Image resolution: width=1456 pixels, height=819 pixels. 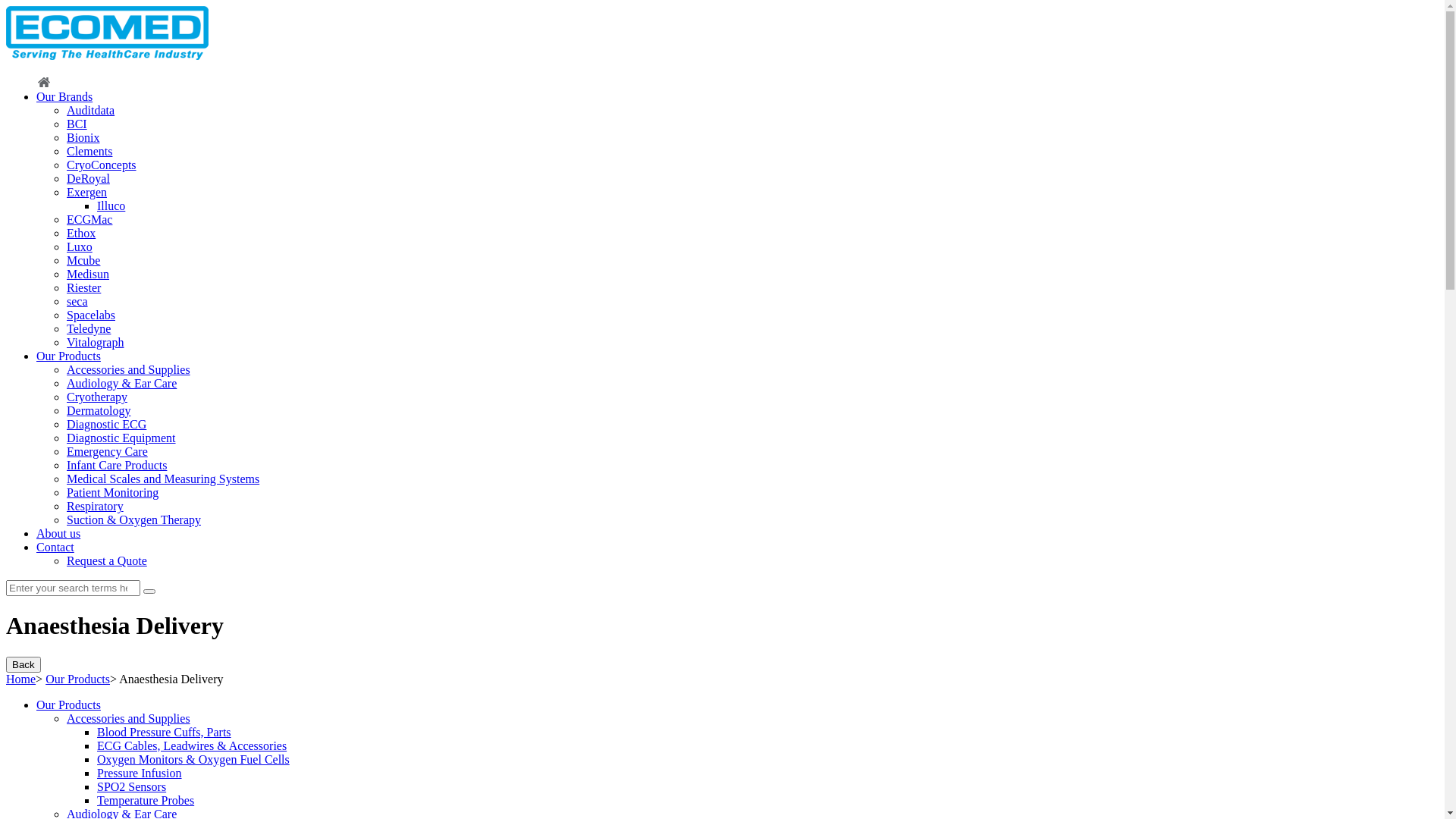 I want to click on 'Clements', so click(x=89, y=151).